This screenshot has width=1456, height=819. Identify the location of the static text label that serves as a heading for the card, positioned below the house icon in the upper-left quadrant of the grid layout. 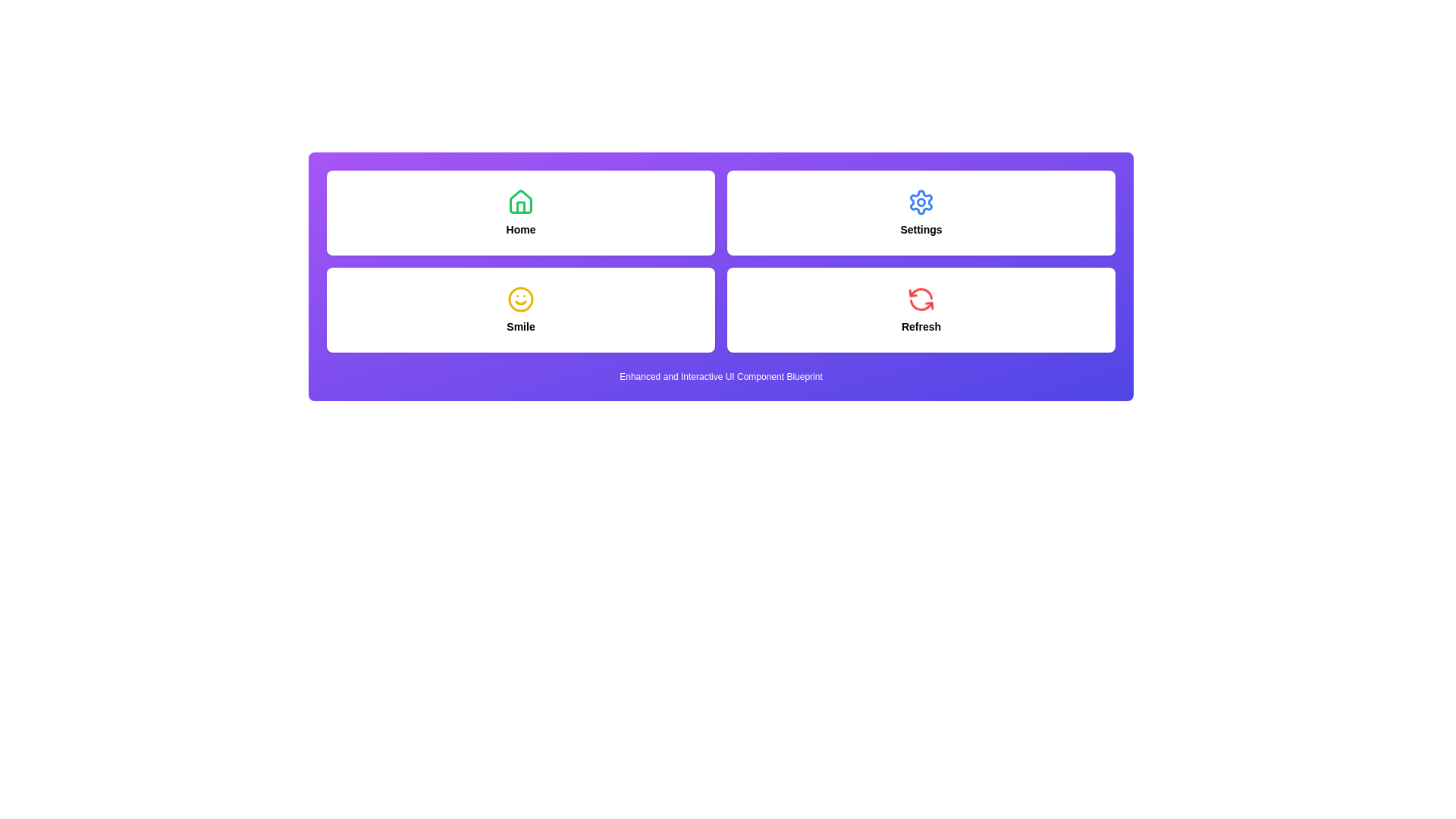
(520, 230).